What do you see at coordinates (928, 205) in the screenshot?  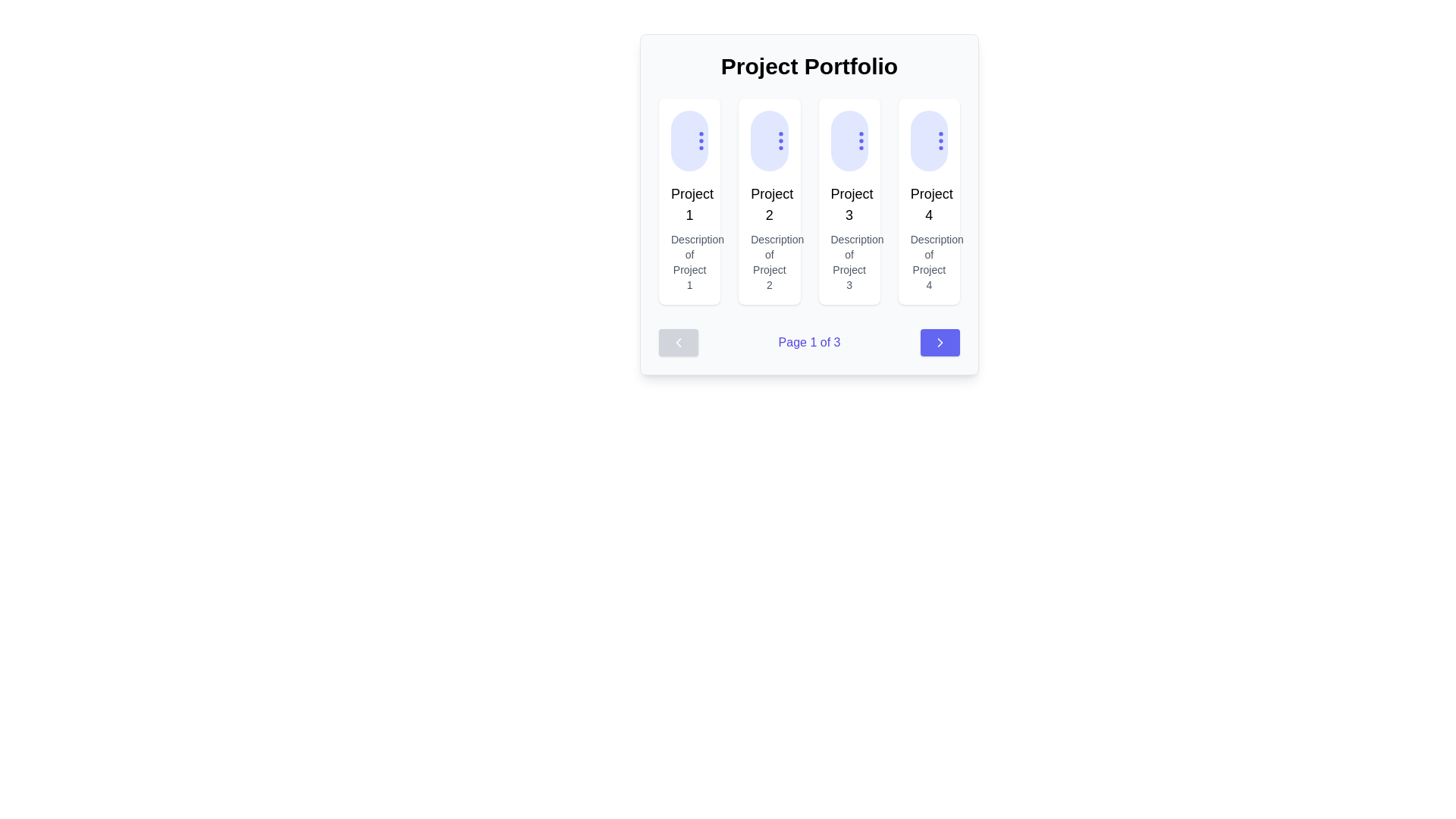 I see `the bold text label displaying 'Project 4', which is centered within the fourth card in a horizontal series of cards` at bounding box center [928, 205].